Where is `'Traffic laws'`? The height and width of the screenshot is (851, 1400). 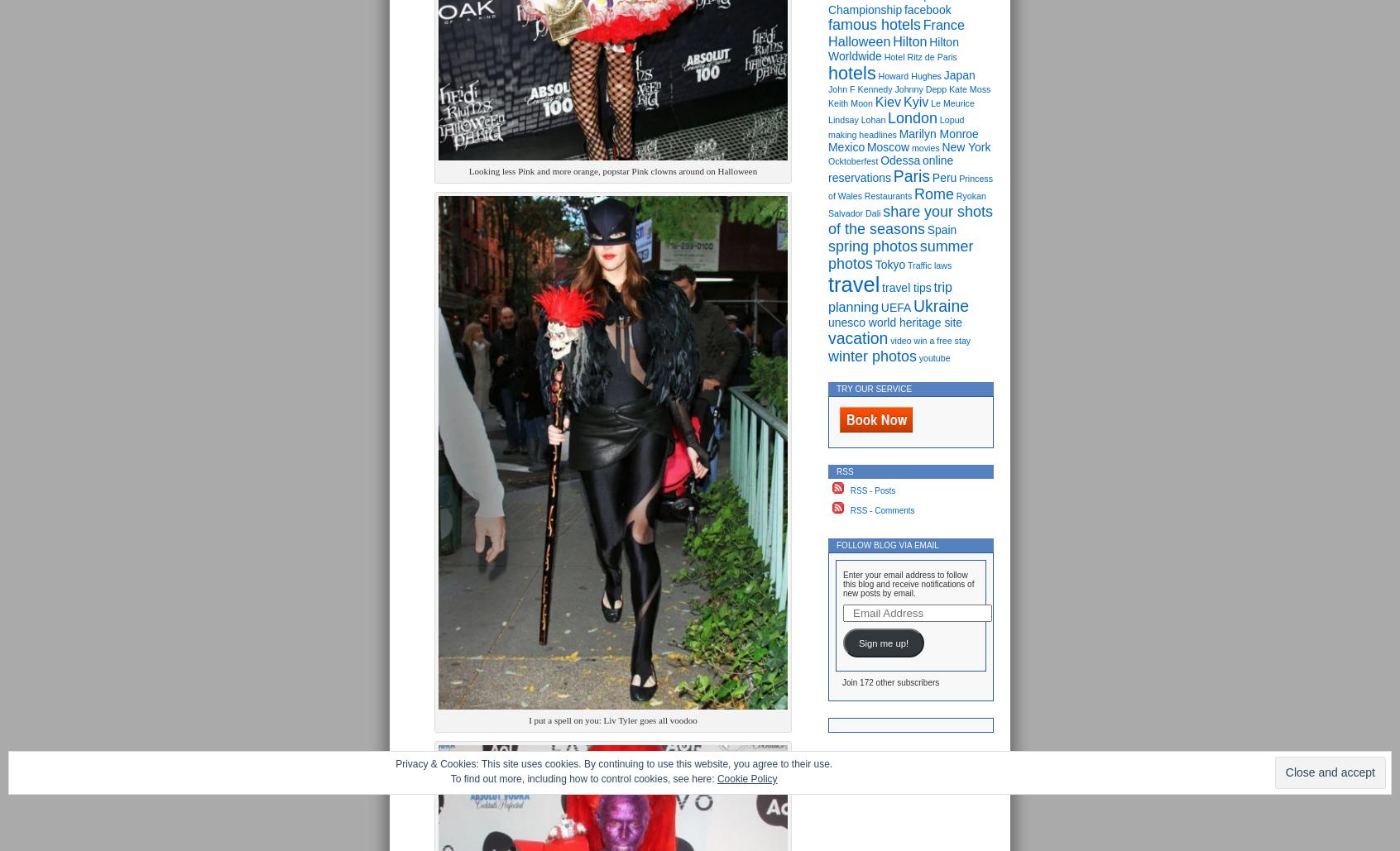
'Traffic laws' is located at coordinates (928, 265).